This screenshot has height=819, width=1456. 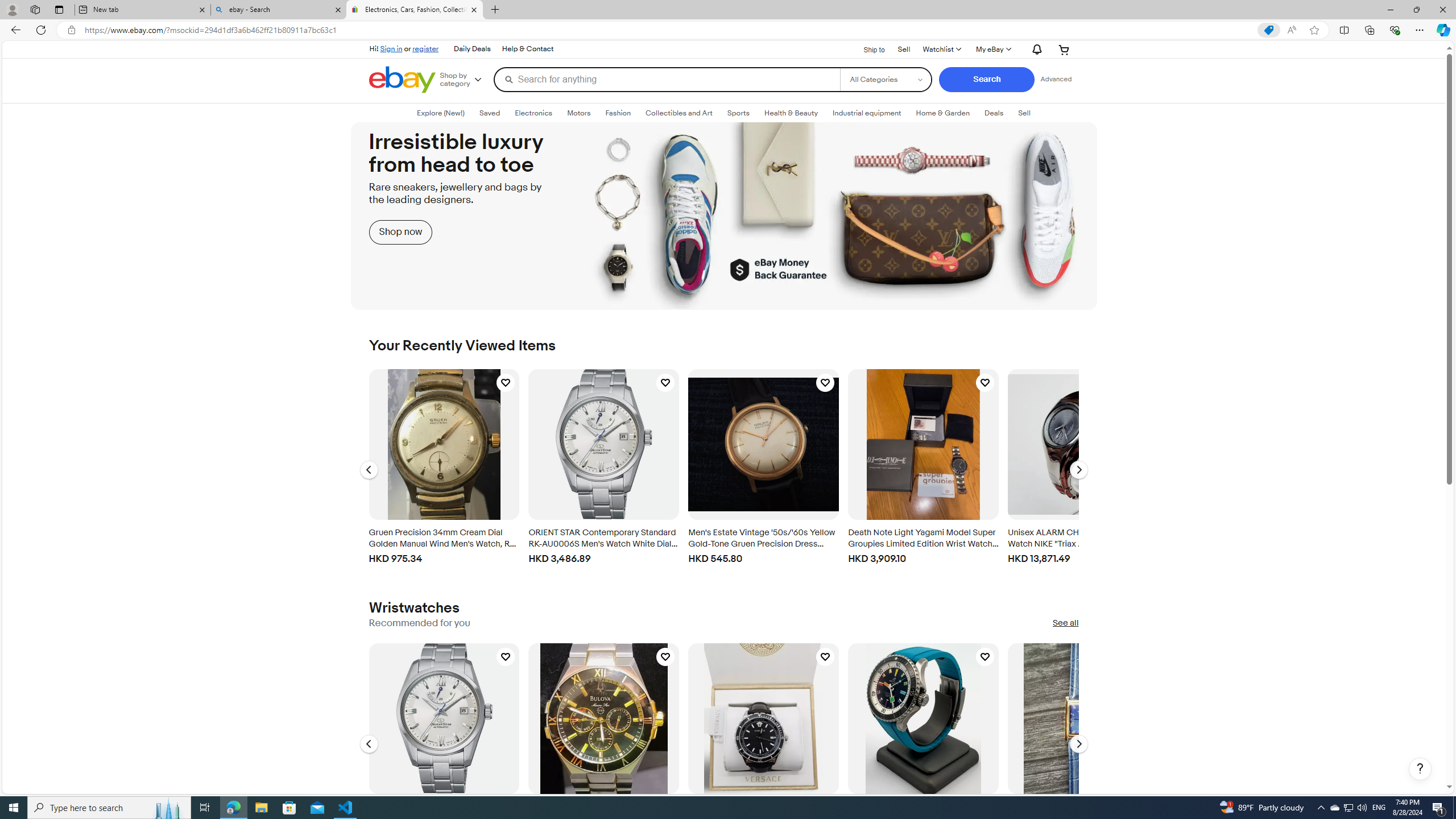 What do you see at coordinates (440, 113) in the screenshot?
I see `'Explore (New!)'` at bounding box center [440, 113].